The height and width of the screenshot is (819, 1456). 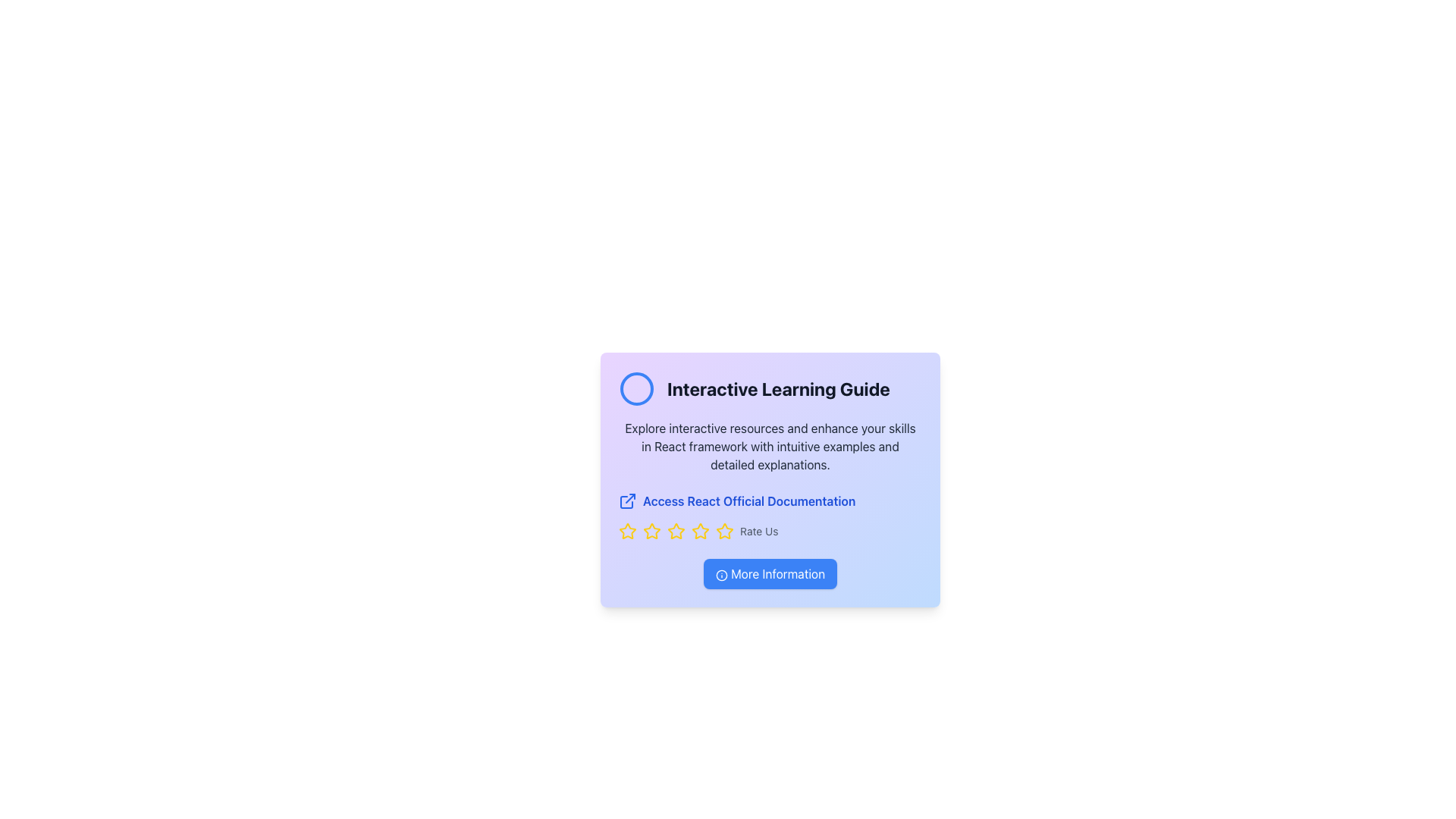 I want to click on the text block that provides a detailed description about interactive resources and skills enhancement in the React framework, which is centrally aligned and positioned below the title 'Interactive Learning Guide' and above the link 'Access React Official Documentation', so click(x=770, y=446).